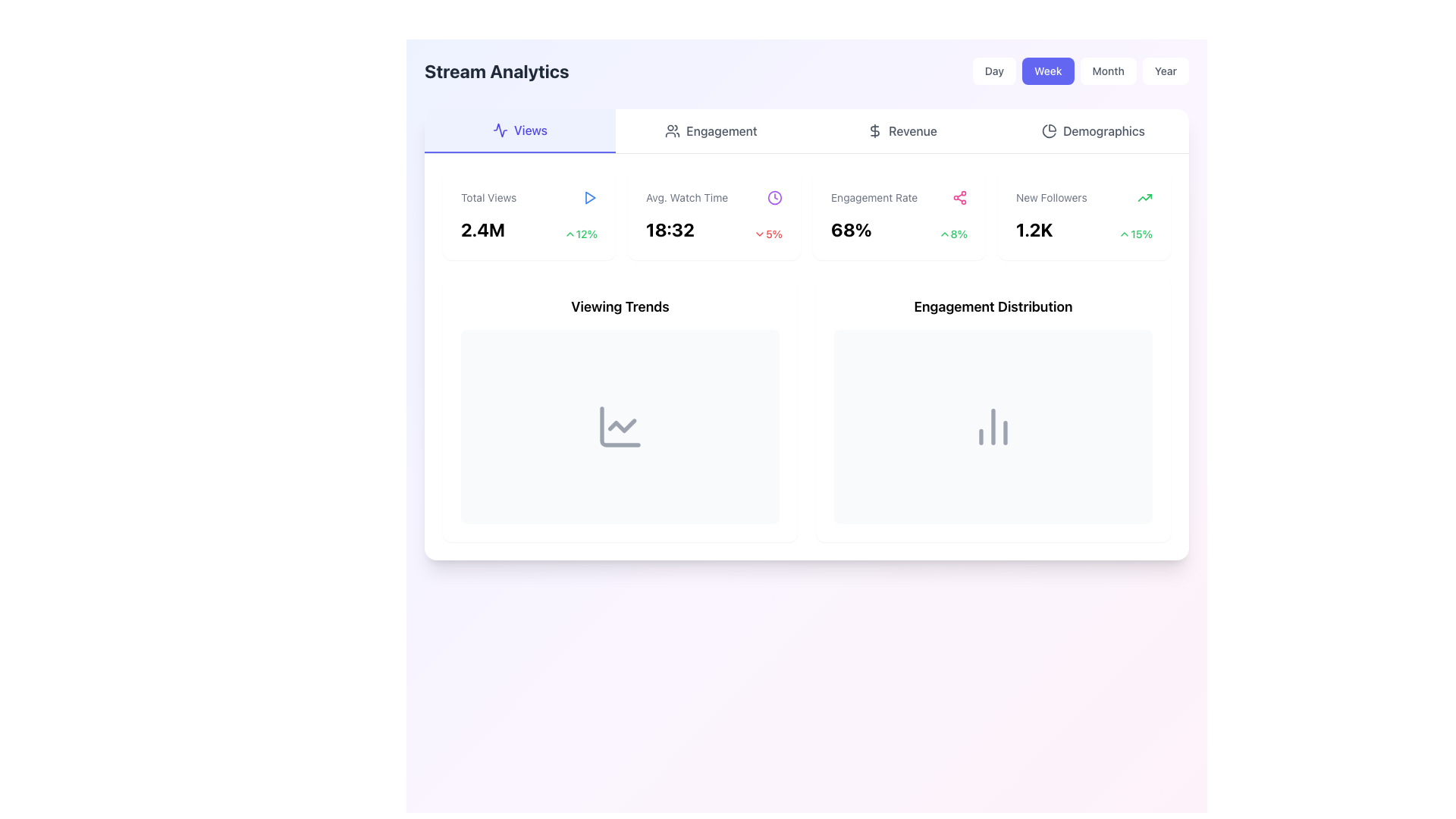 The image size is (1456, 819). Describe the element at coordinates (902, 130) in the screenshot. I see `the third tab` at that location.